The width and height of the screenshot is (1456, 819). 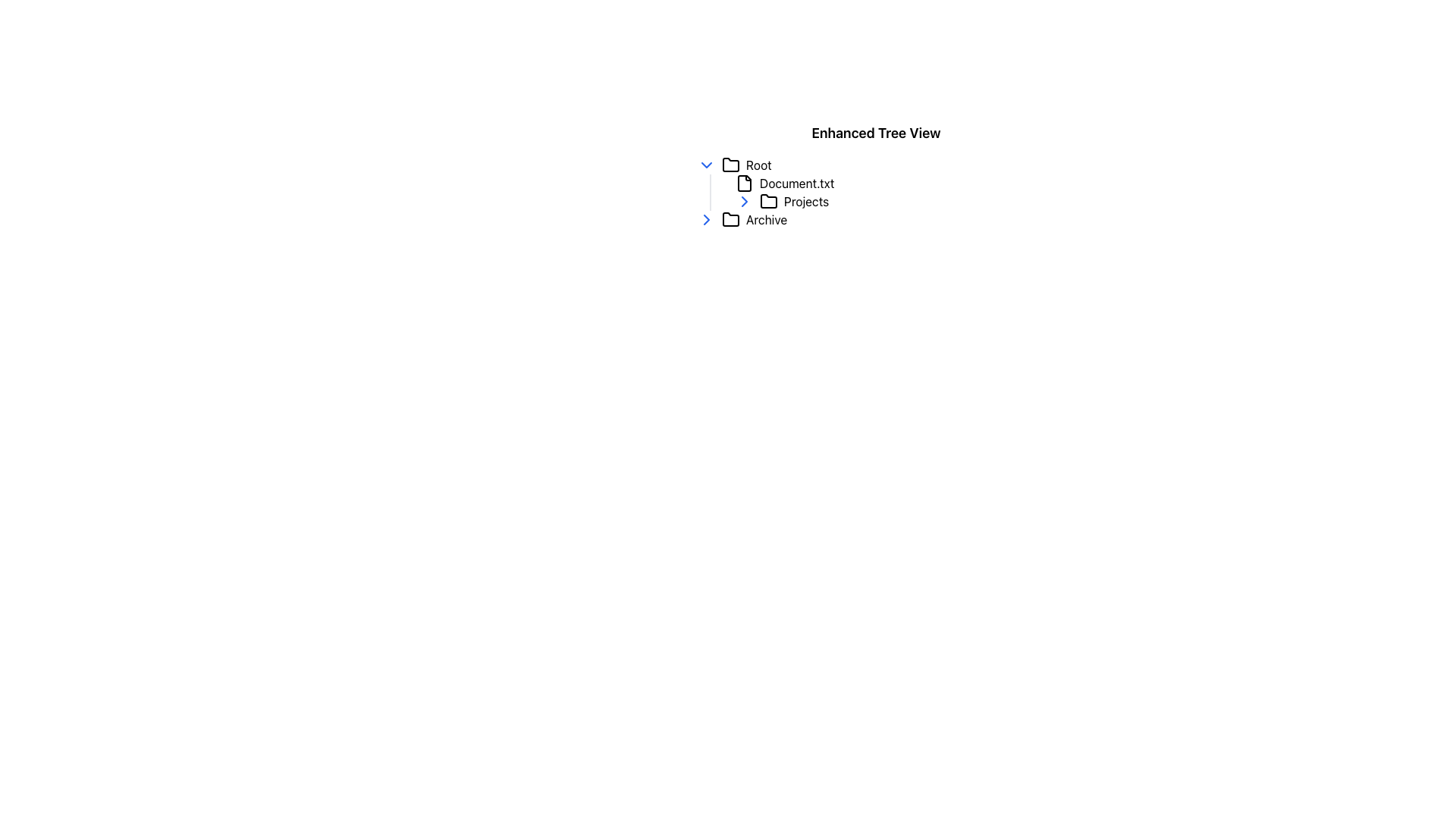 What do you see at coordinates (731, 219) in the screenshot?
I see `the folder icon in the hierarchical tree view preceding the 'Archive' label` at bounding box center [731, 219].